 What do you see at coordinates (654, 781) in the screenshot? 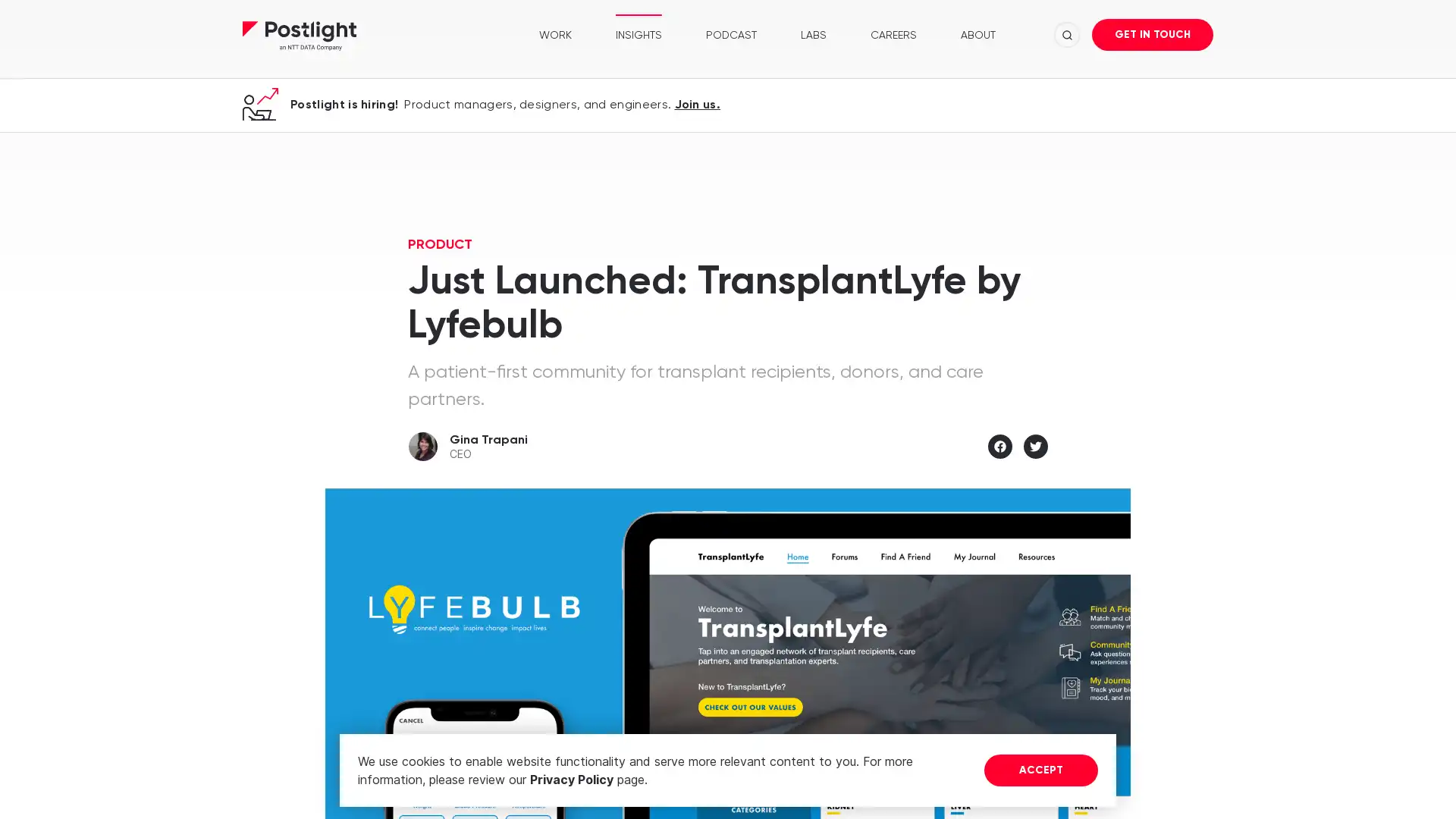
I see `learn more about cookies` at bounding box center [654, 781].